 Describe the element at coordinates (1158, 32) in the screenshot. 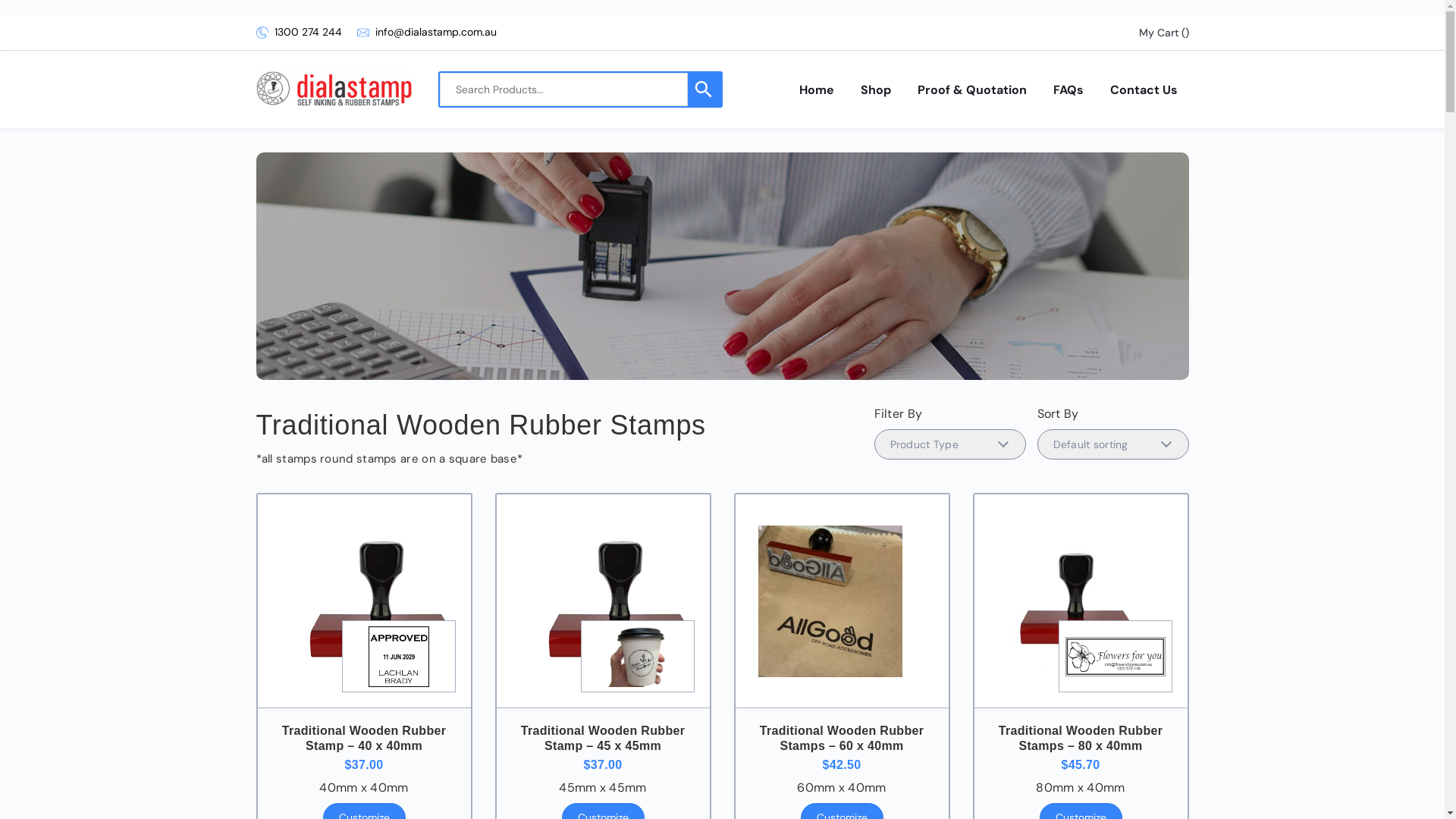

I see `'My Cart'` at that location.